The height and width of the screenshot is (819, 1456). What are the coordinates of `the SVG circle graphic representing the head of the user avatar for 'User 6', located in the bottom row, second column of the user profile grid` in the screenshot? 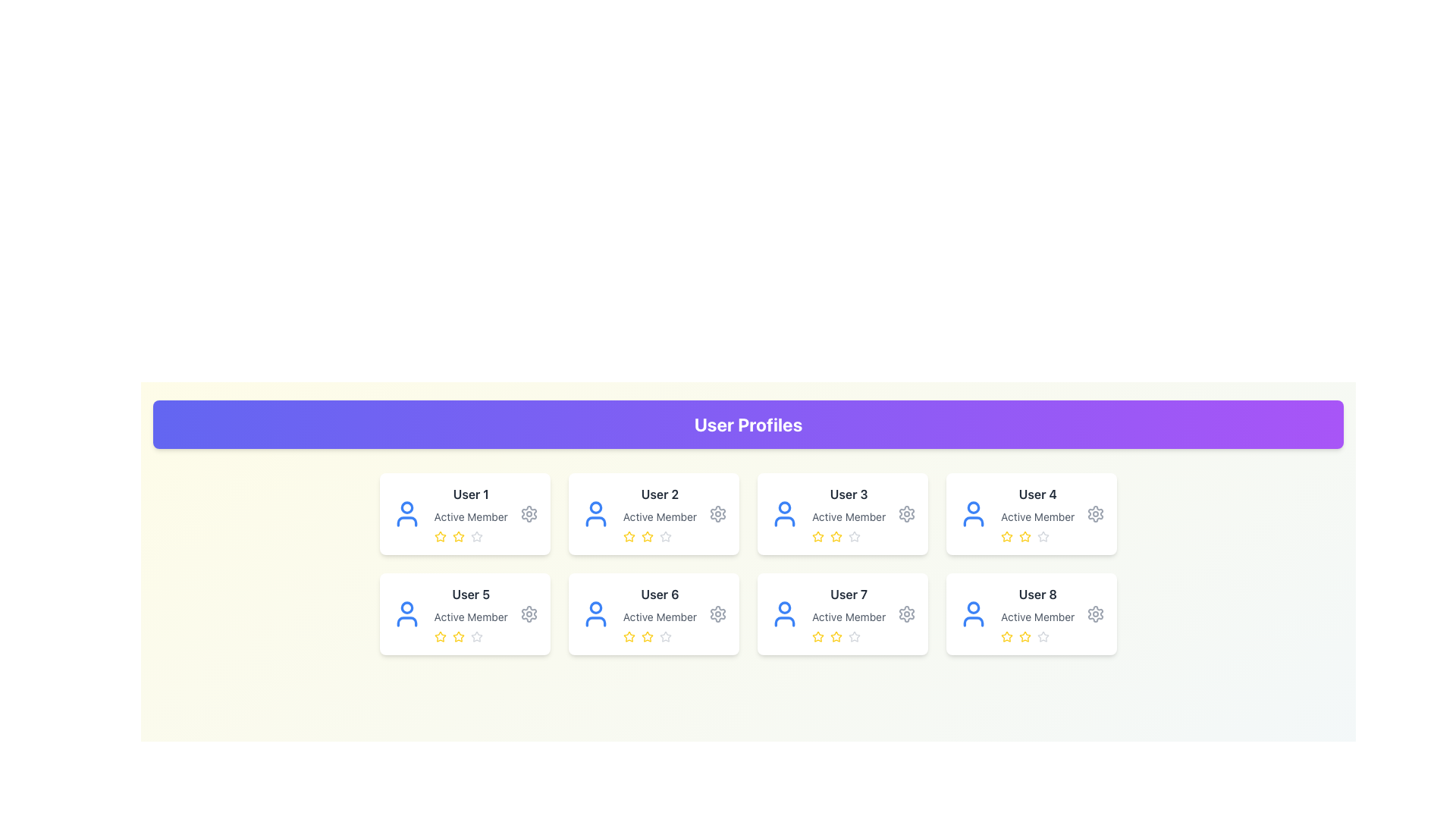 It's located at (595, 607).